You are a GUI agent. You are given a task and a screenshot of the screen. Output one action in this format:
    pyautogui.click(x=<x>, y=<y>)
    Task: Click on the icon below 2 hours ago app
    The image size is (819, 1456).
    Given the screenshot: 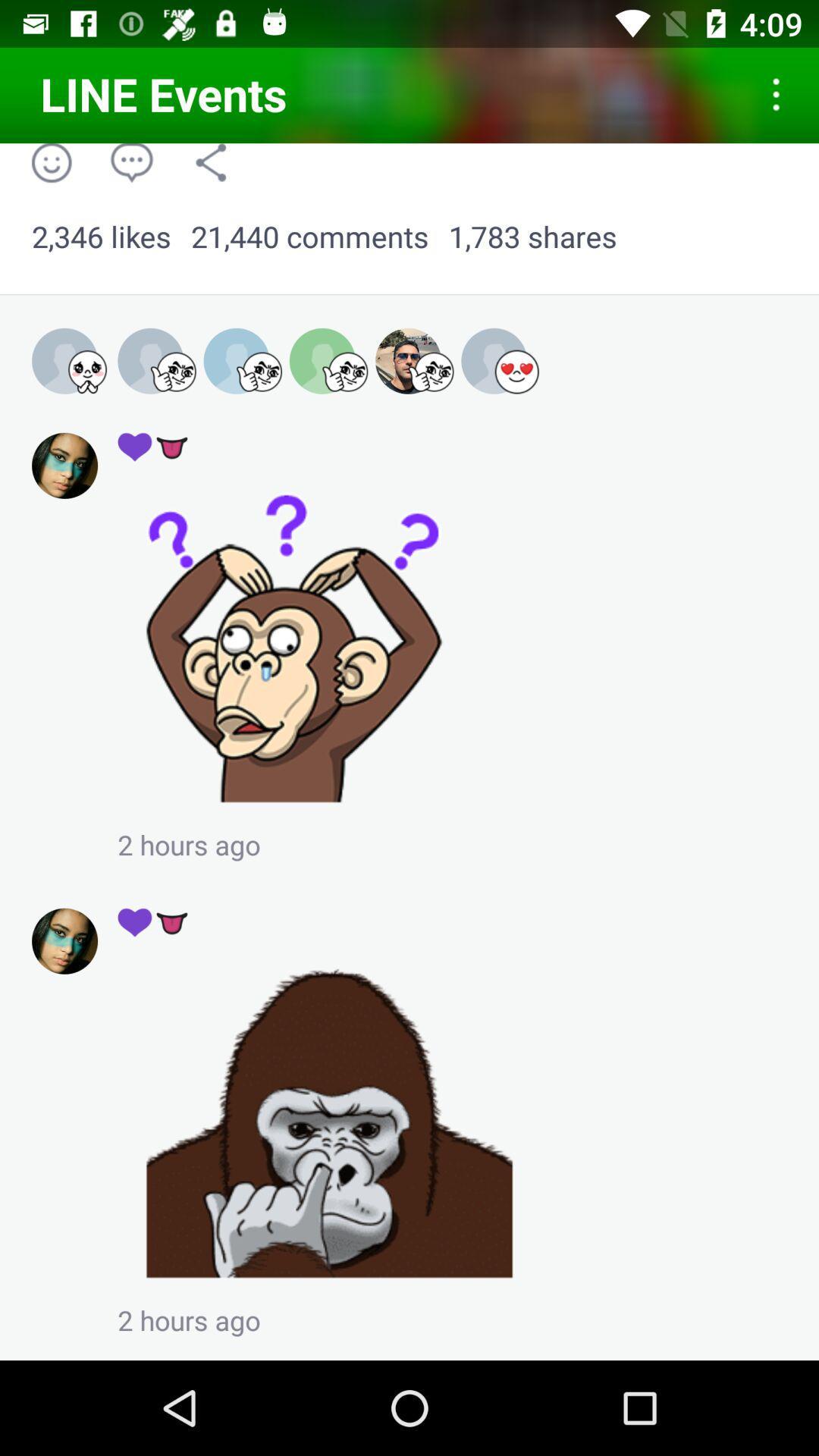 What is the action you would take?
    pyautogui.click(x=153, y=921)
    